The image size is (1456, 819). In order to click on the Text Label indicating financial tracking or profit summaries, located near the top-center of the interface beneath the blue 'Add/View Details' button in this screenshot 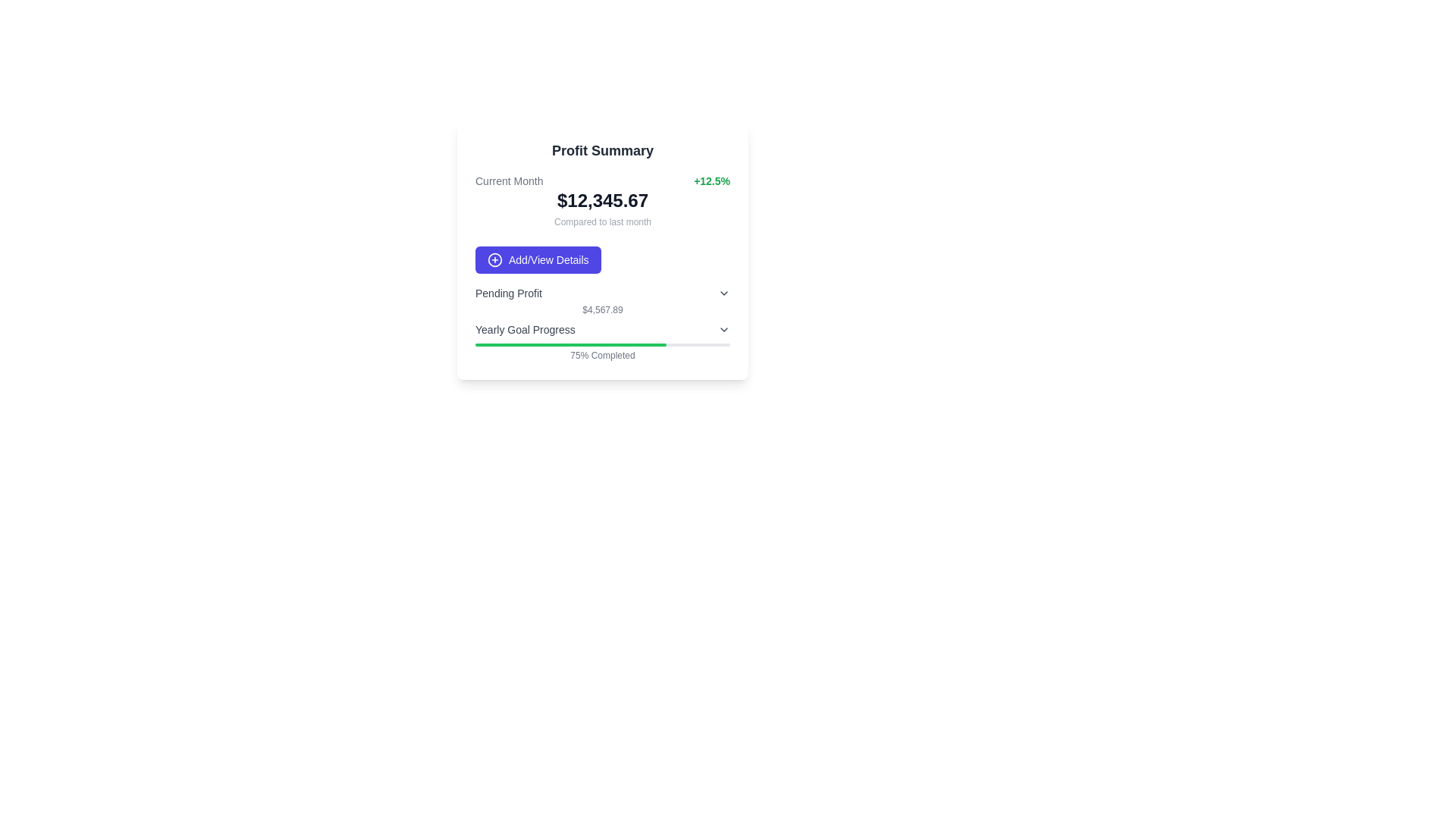, I will do `click(509, 293)`.